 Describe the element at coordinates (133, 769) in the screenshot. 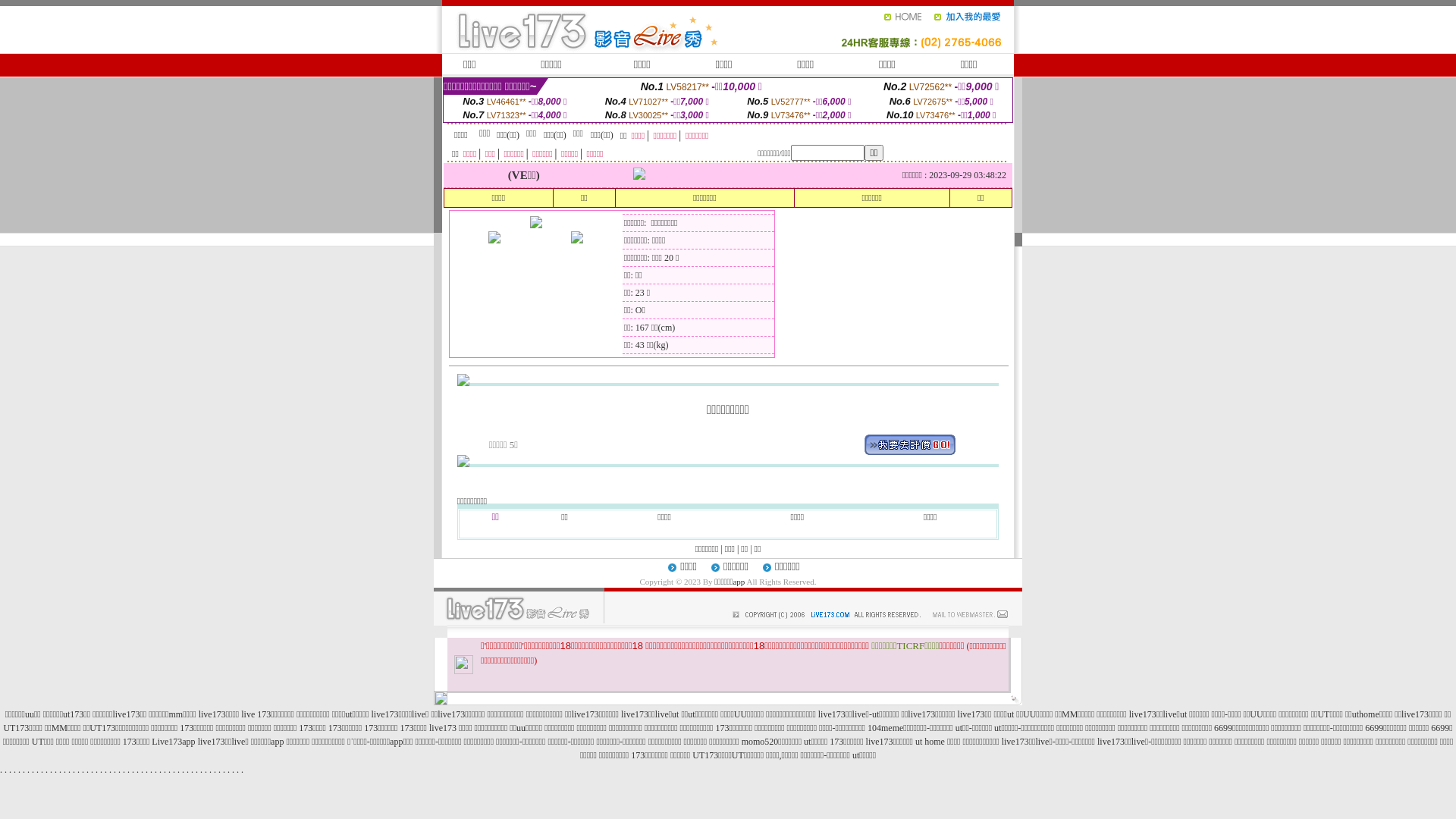

I see `'.'` at that location.